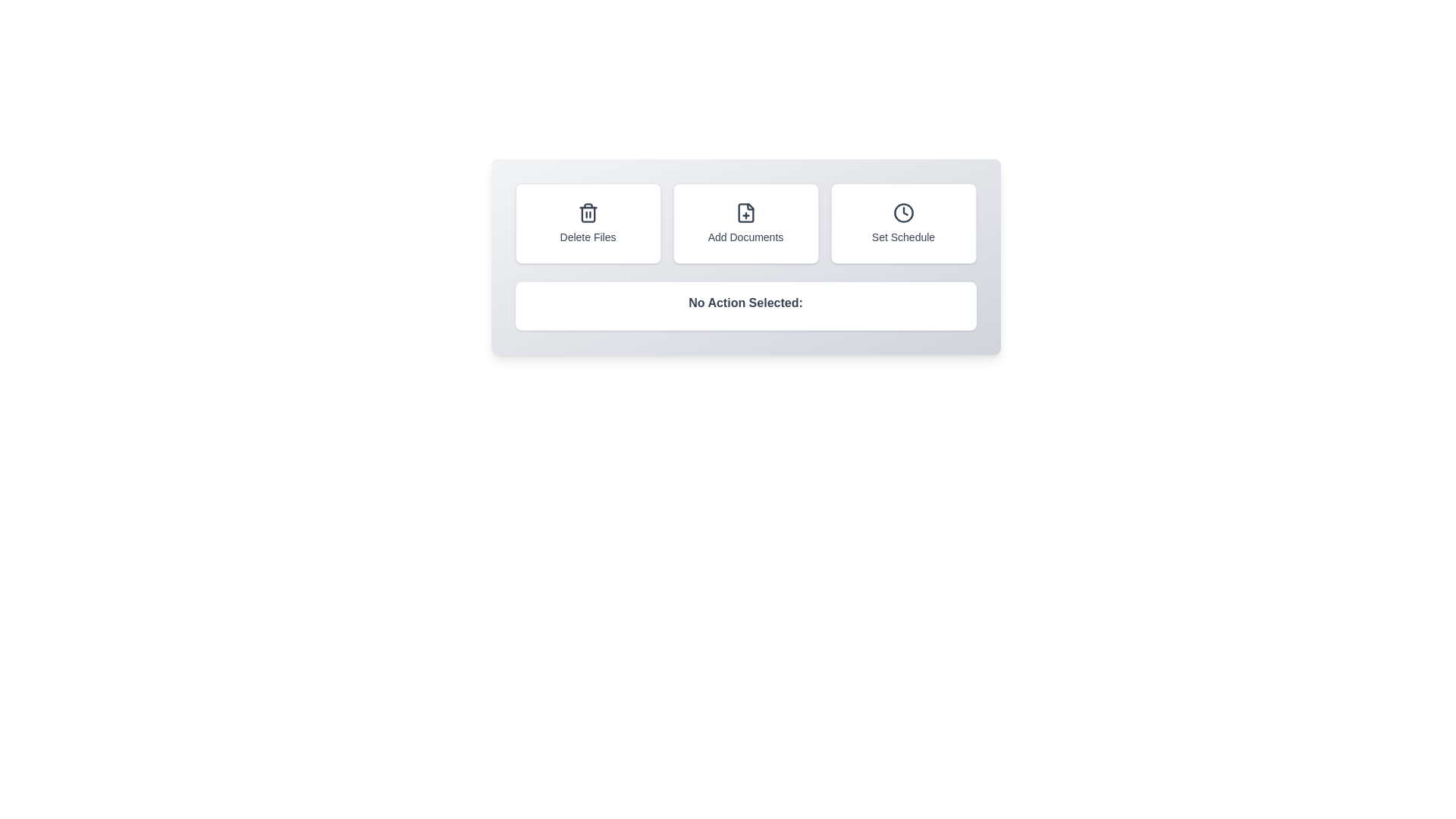 This screenshot has height=819, width=1456. What do you see at coordinates (905, 211) in the screenshot?
I see `the Decorative SVG element that resembles clock hands, part of the clock icon in the upper-right card labeled 'Set Schedule'` at bounding box center [905, 211].